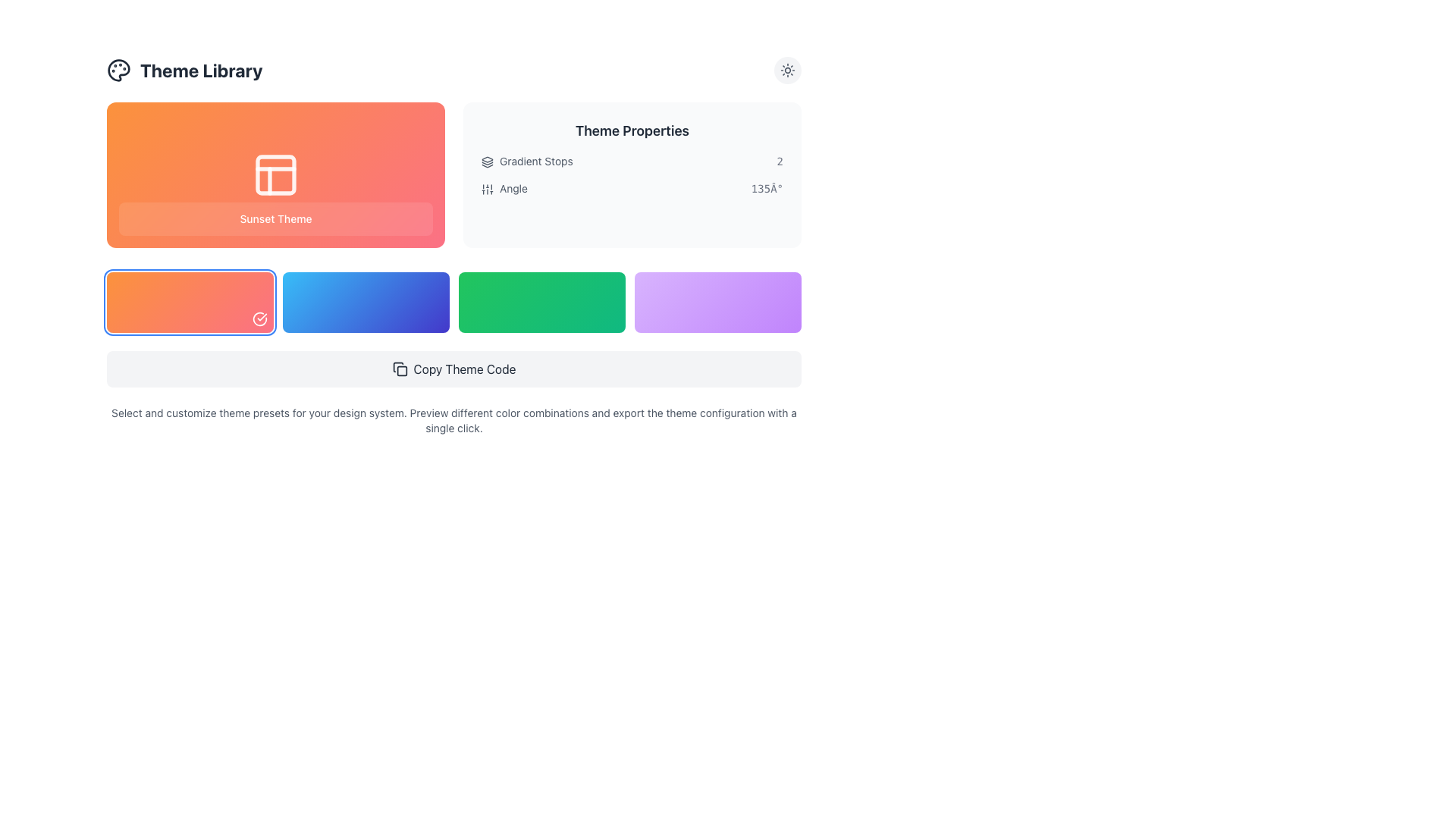 This screenshot has height=819, width=1456. I want to click on the icon within the 'Copy Theme Code' button, which visually indicates the button's purpose to copy a theme code, so click(400, 369).